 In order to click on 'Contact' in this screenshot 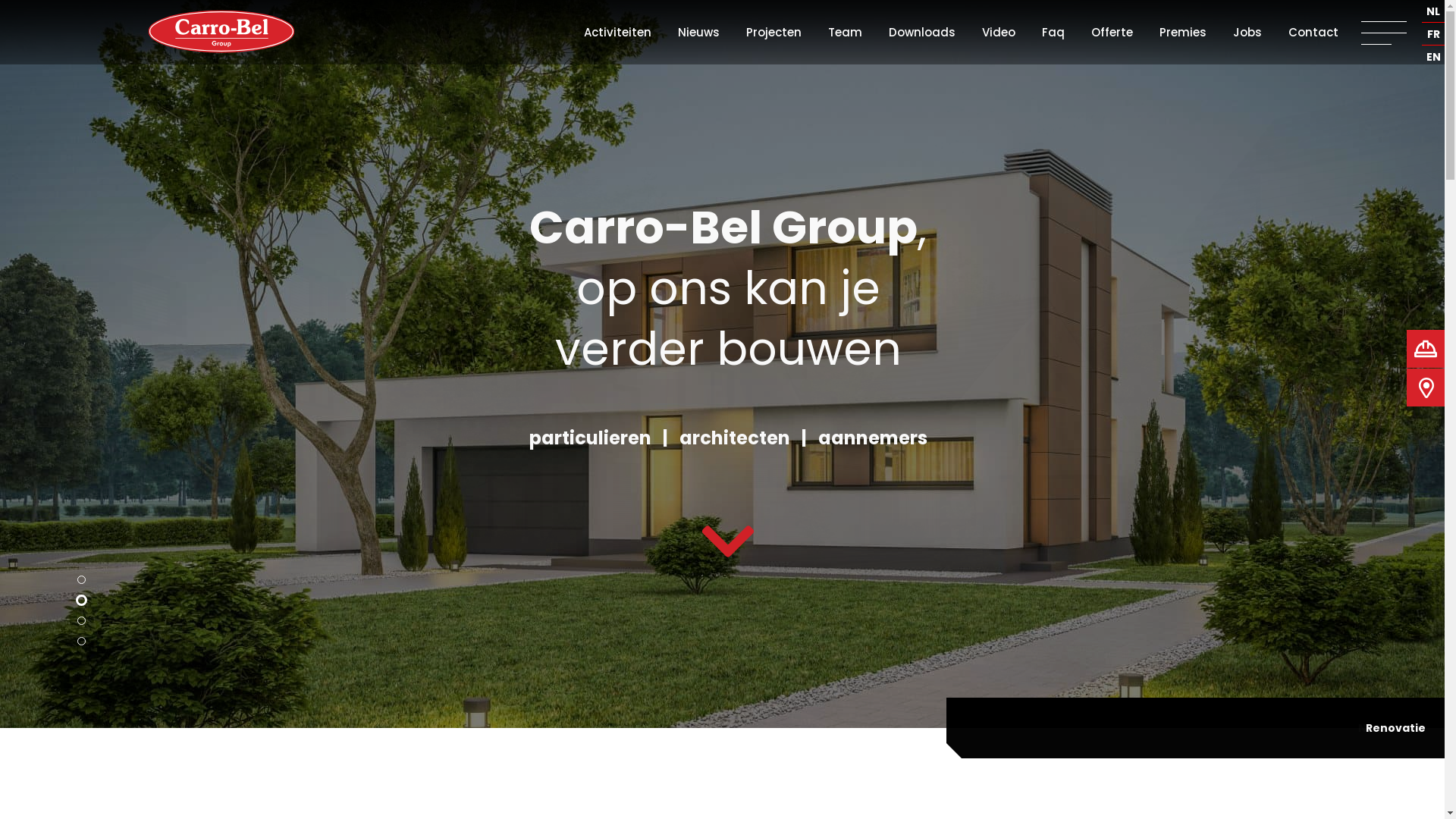, I will do `click(1288, 32)`.